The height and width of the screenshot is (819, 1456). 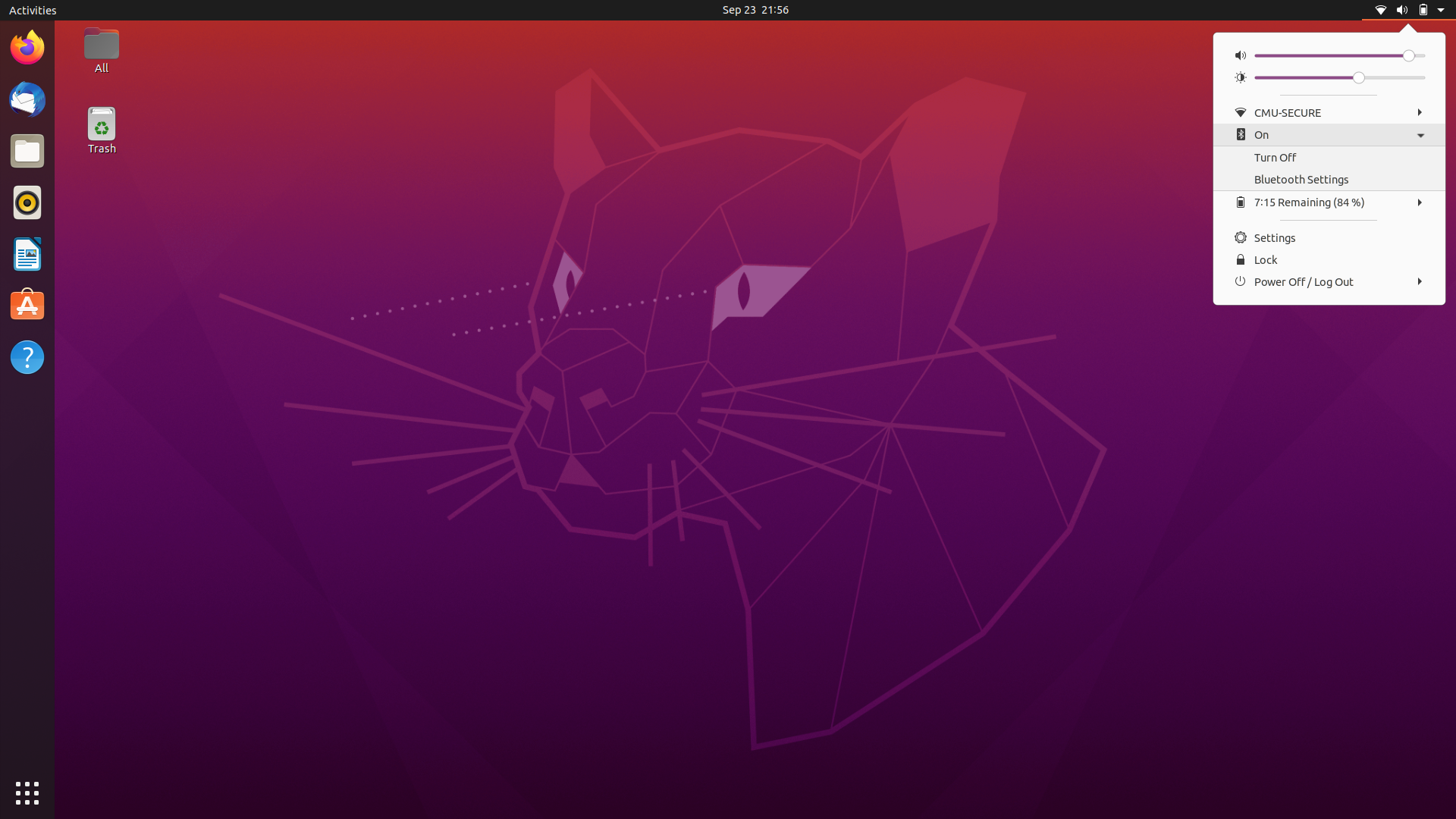 I want to click on Delete folder, so click(x=197288, y=58149).